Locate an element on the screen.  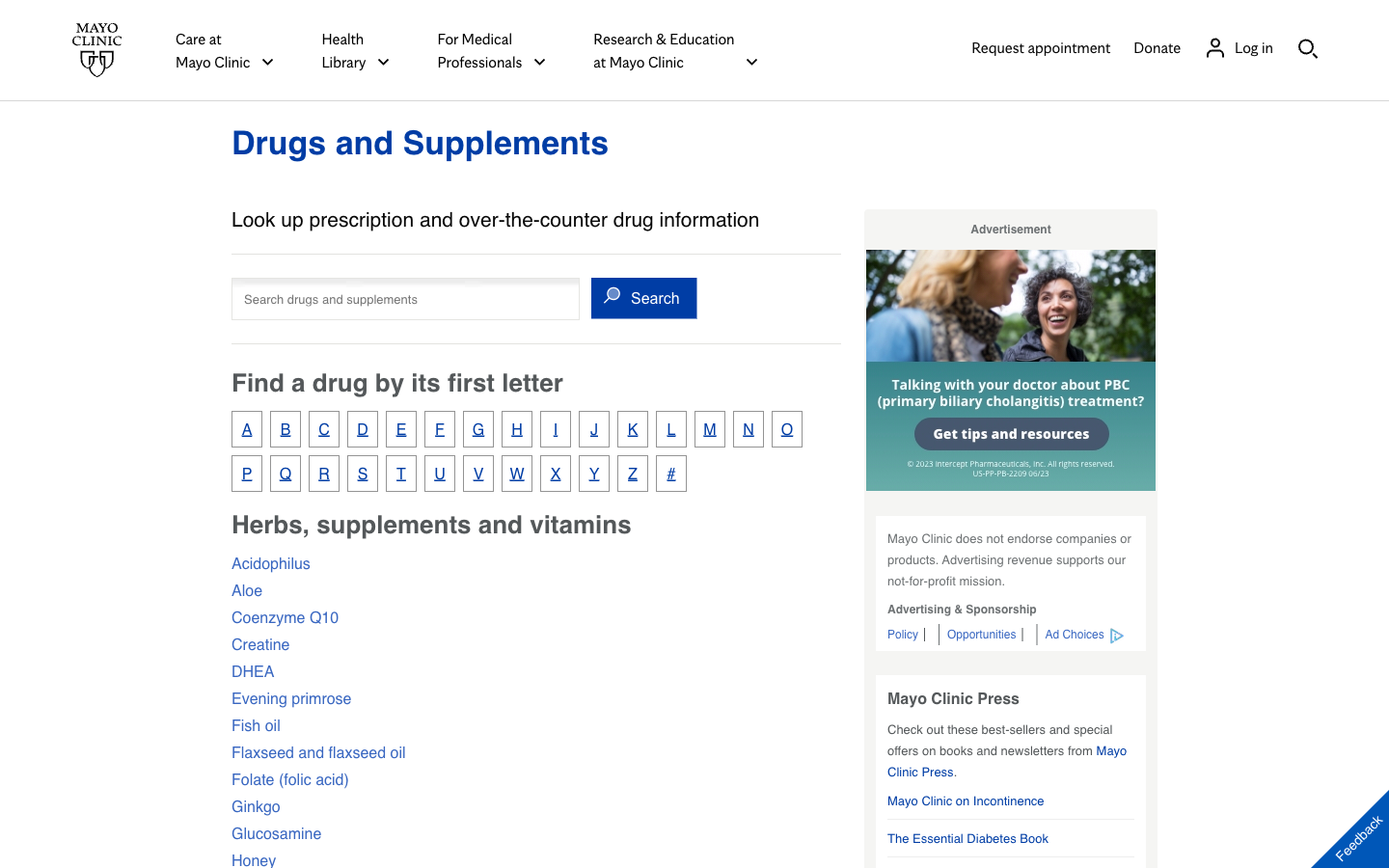
MayoClinic"s privacy guidelines is located at coordinates (906, 634).